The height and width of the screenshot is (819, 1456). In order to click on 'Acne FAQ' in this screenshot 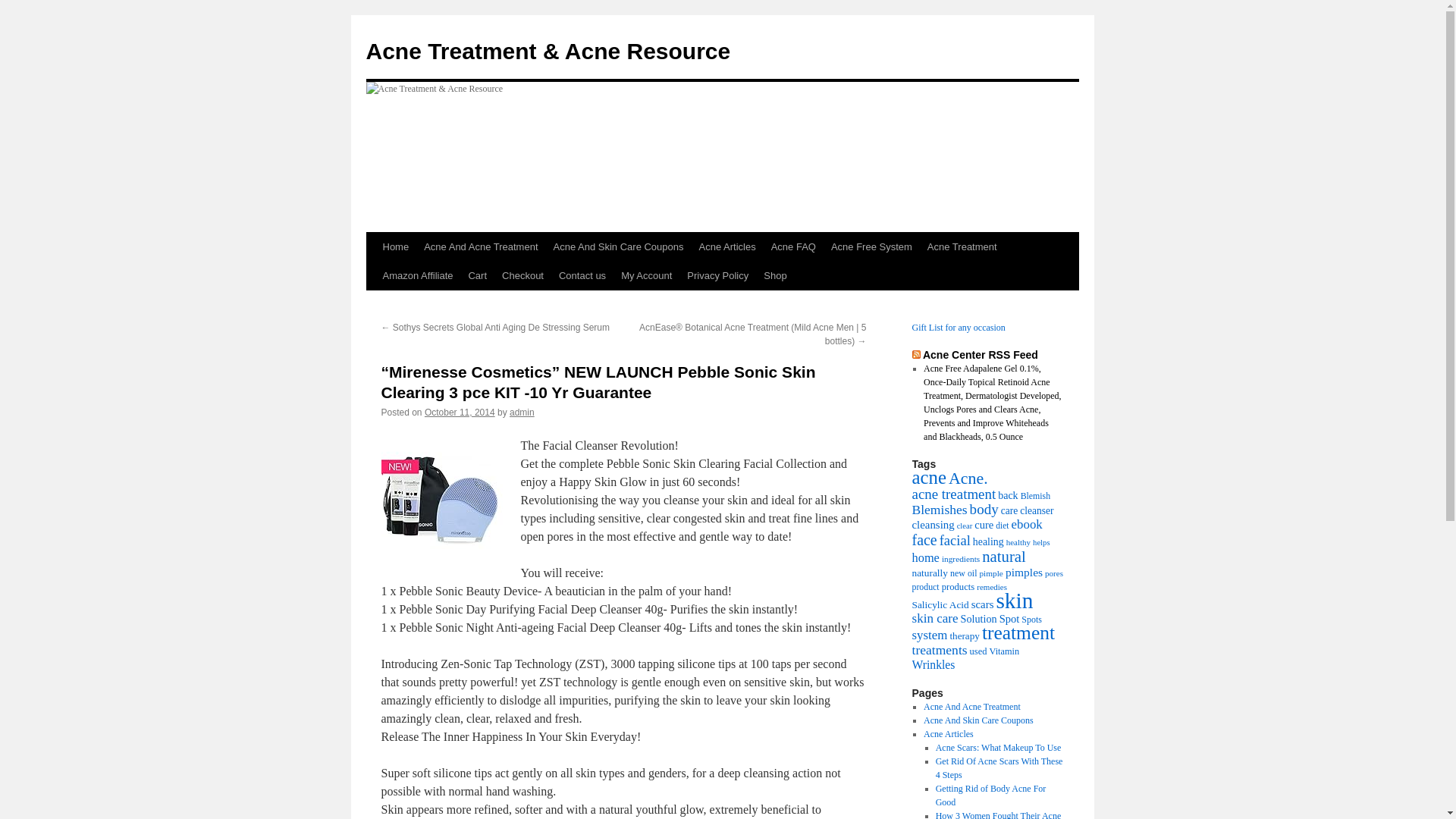, I will do `click(764, 246)`.